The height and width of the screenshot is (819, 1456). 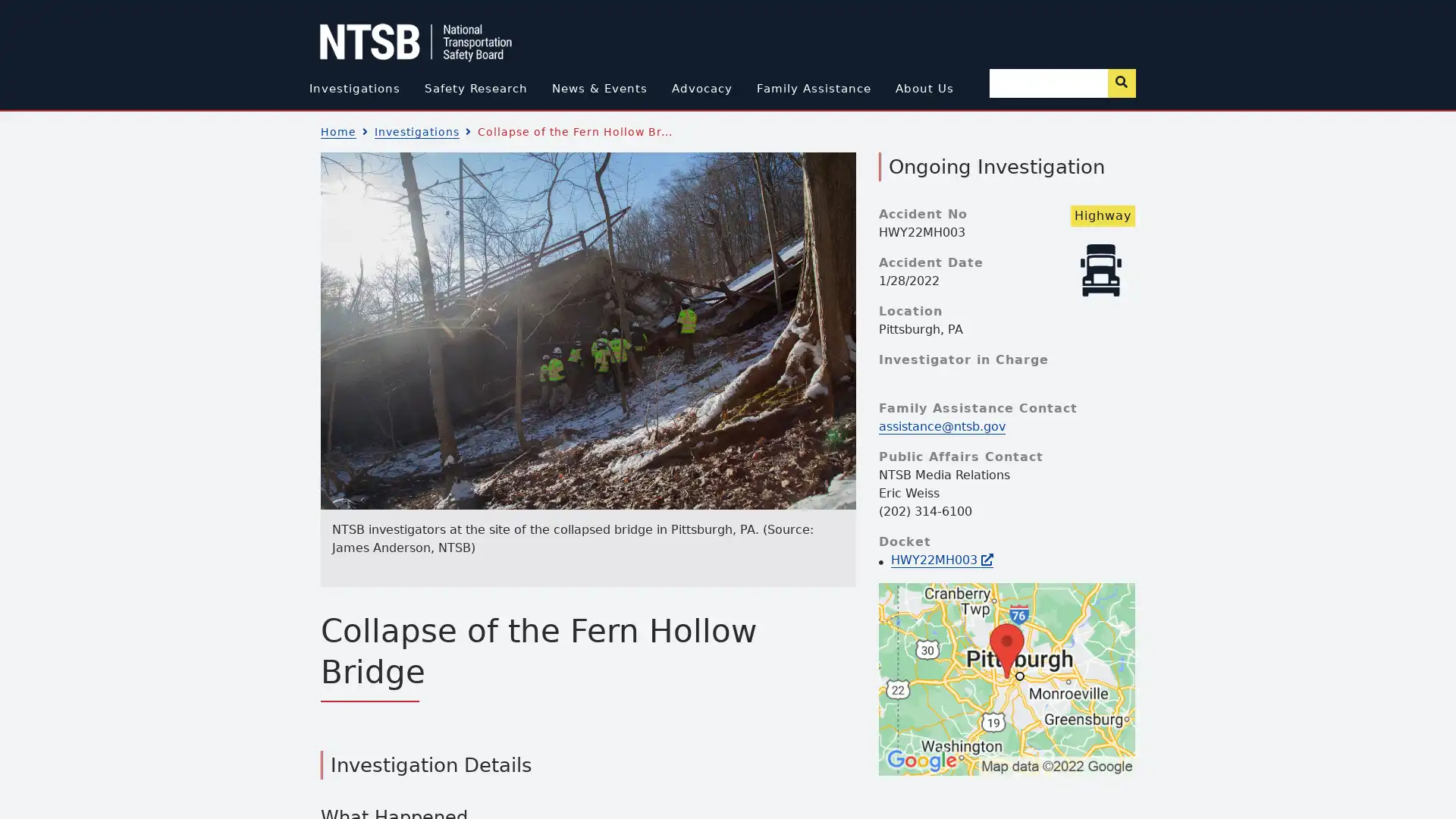 What do you see at coordinates (812, 89) in the screenshot?
I see `Family Assistance` at bounding box center [812, 89].